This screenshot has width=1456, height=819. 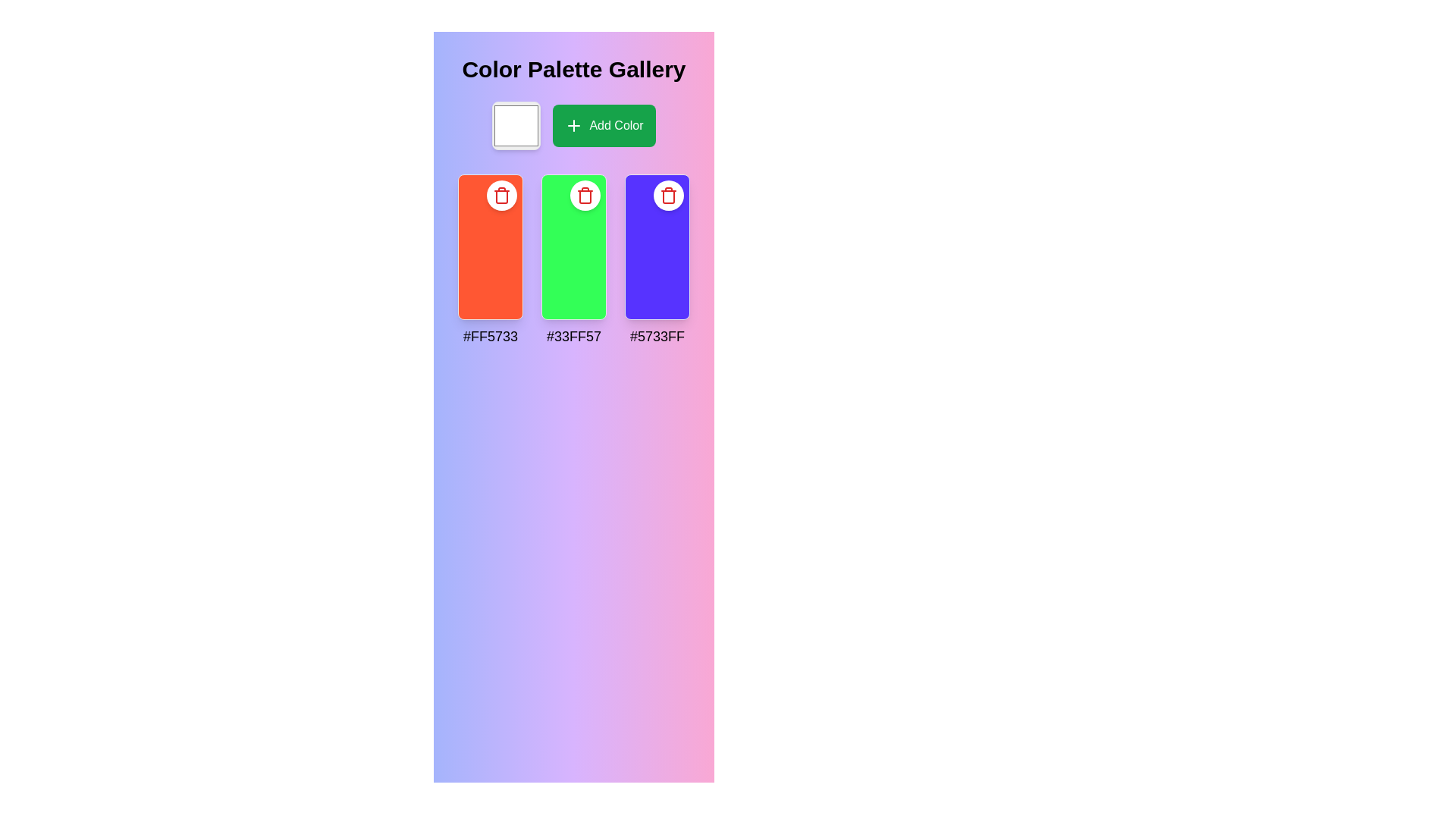 What do you see at coordinates (573, 335) in the screenshot?
I see `the text element displaying '#33FF57', which is centered below the green color palette item in the UI` at bounding box center [573, 335].